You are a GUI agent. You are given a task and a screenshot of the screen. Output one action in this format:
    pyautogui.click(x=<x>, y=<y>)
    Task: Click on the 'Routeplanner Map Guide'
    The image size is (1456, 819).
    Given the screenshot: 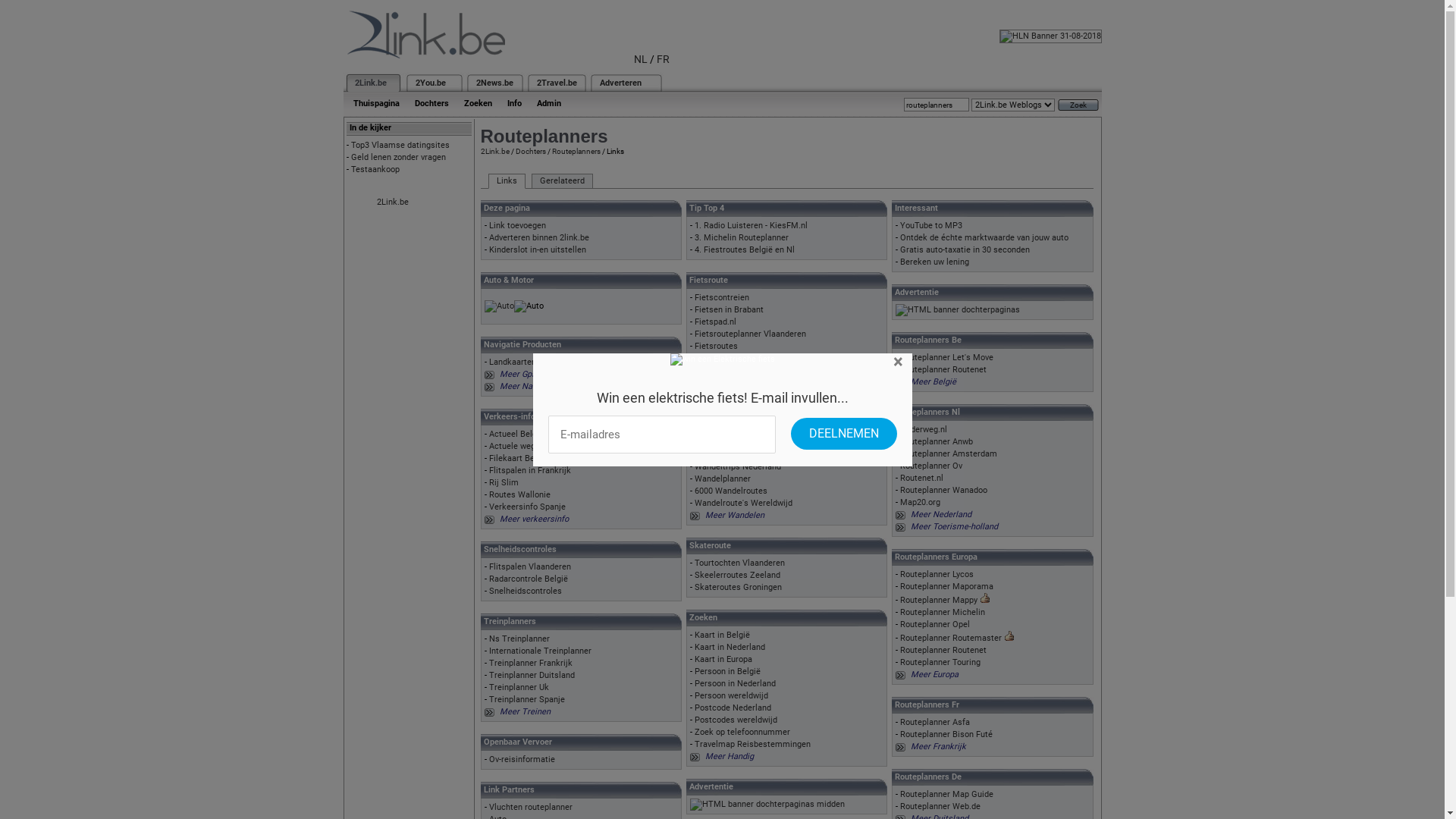 What is the action you would take?
    pyautogui.click(x=946, y=793)
    